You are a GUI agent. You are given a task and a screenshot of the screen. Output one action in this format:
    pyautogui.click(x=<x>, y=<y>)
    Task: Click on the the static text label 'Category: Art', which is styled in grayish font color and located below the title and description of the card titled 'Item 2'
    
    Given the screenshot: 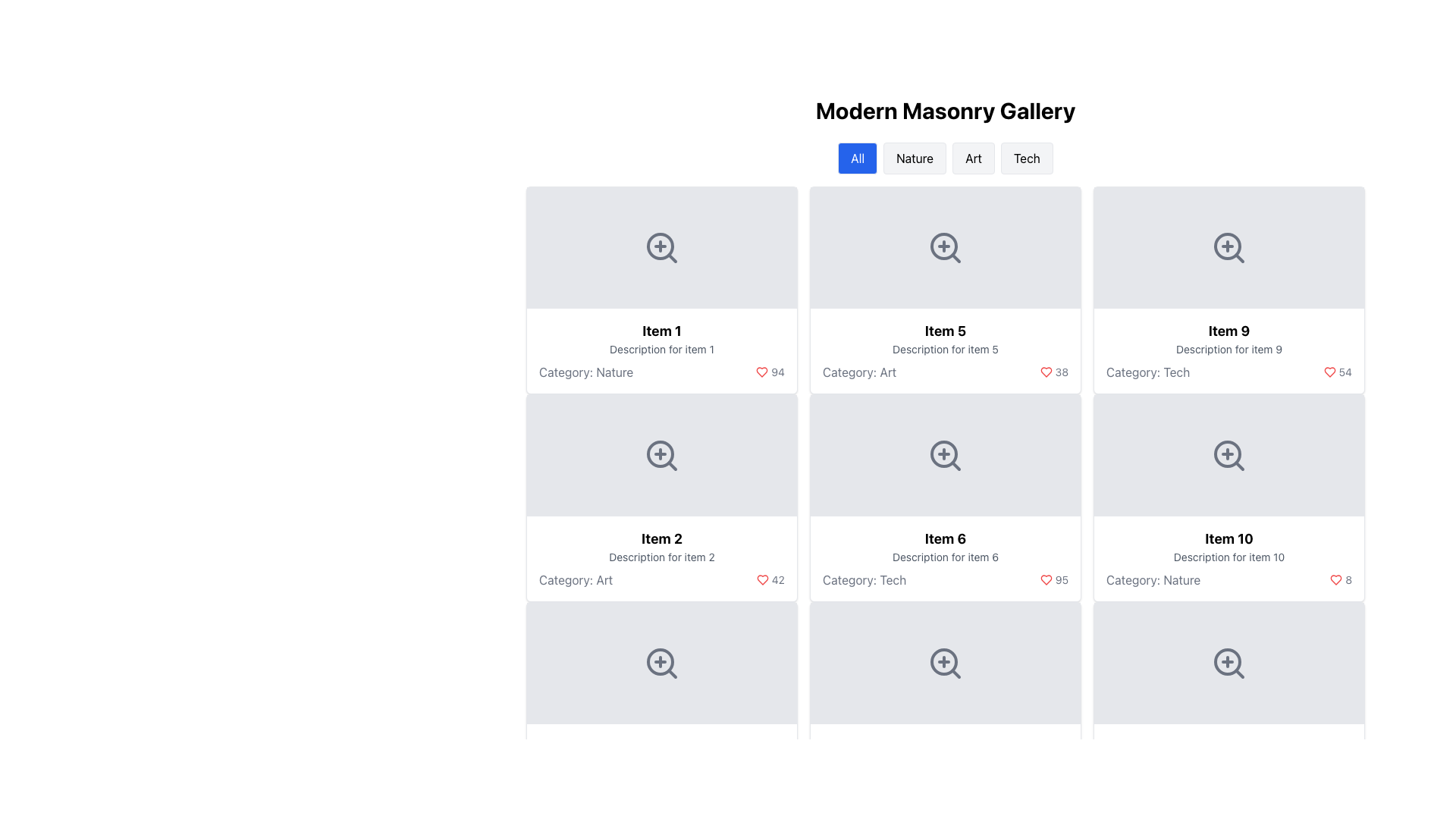 What is the action you would take?
    pyautogui.click(x=575, y=579)
    